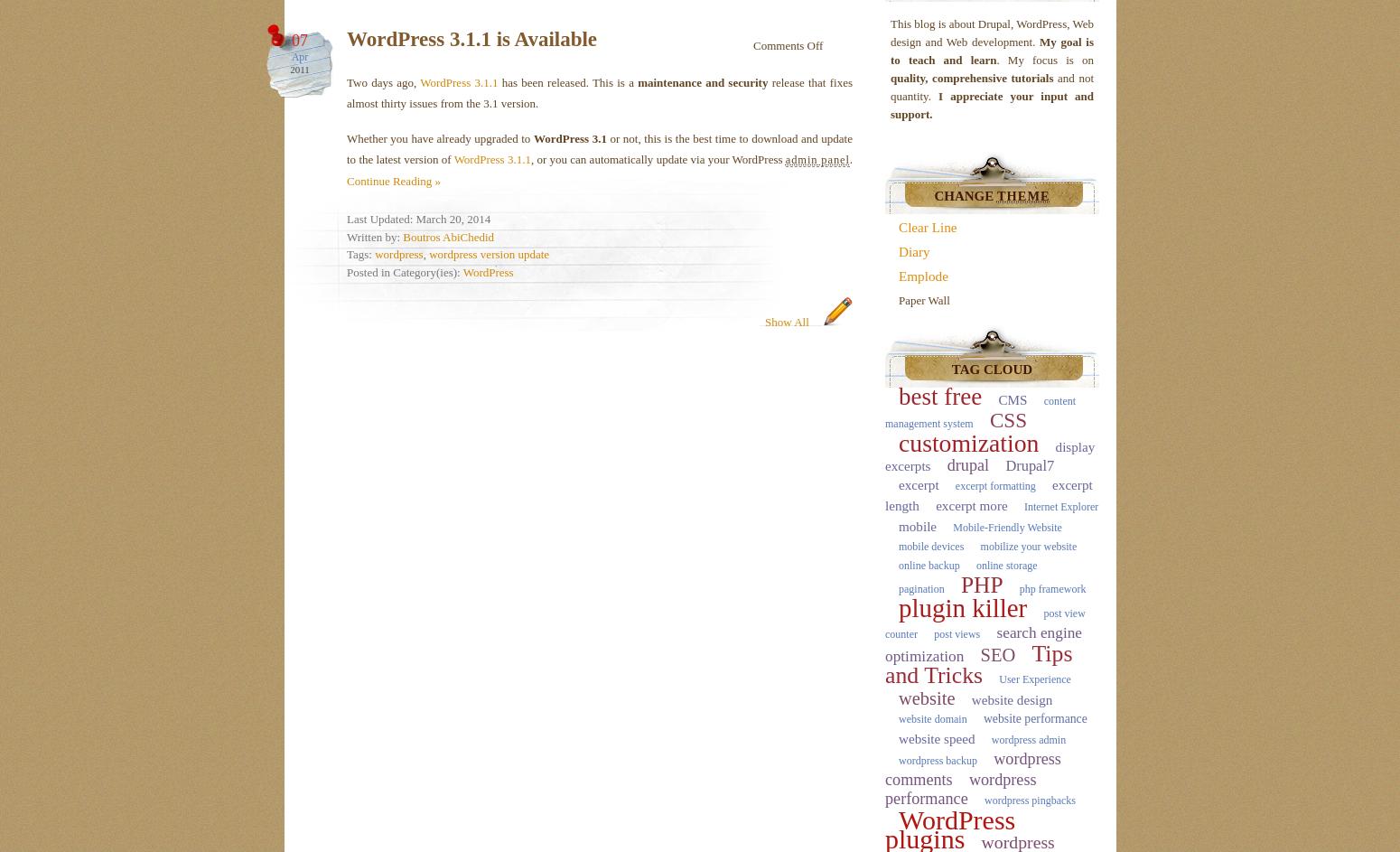 This screenshot has width=1400, height=852. I want to click on 'wordpress pingbacks', so click(1028, 801).